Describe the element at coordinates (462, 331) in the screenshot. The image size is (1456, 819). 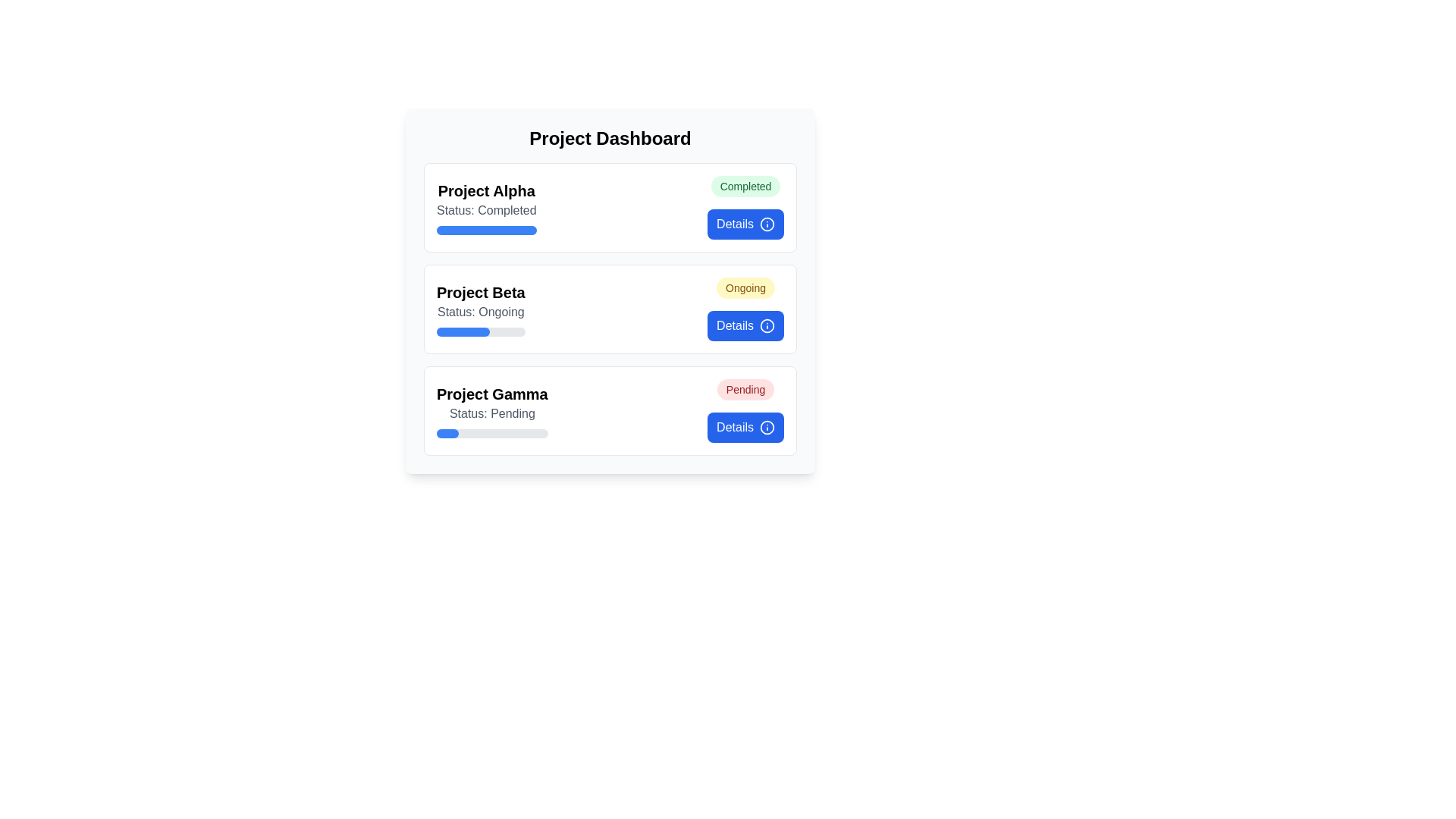
I see `the blue progress bar located under the 'Project Beta: Status: Ongoing' heading in the Project Dashboard interface` at that location.